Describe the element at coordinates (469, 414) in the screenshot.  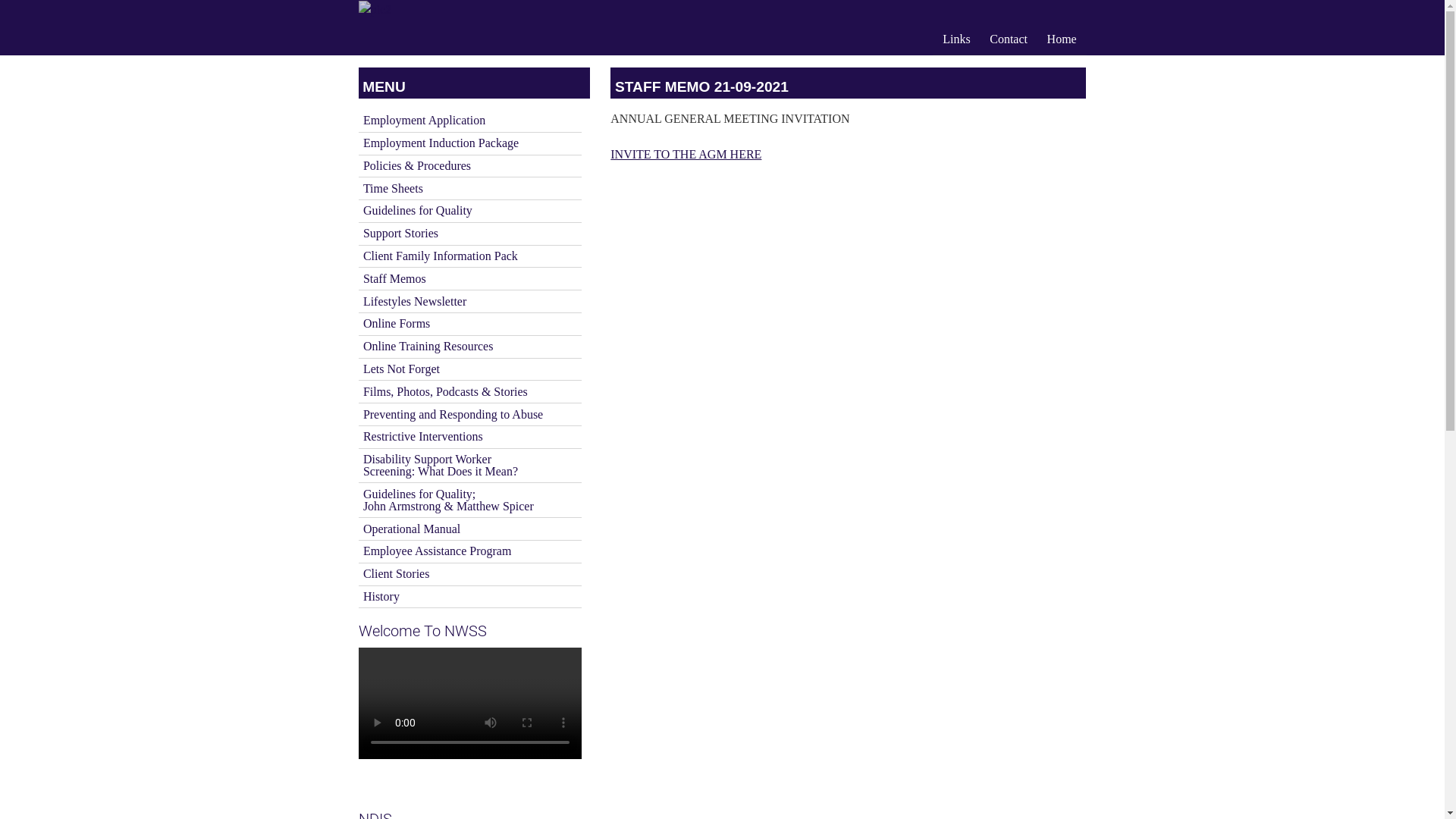
I see `'Preventing and Responding to Abuse'` at that location.